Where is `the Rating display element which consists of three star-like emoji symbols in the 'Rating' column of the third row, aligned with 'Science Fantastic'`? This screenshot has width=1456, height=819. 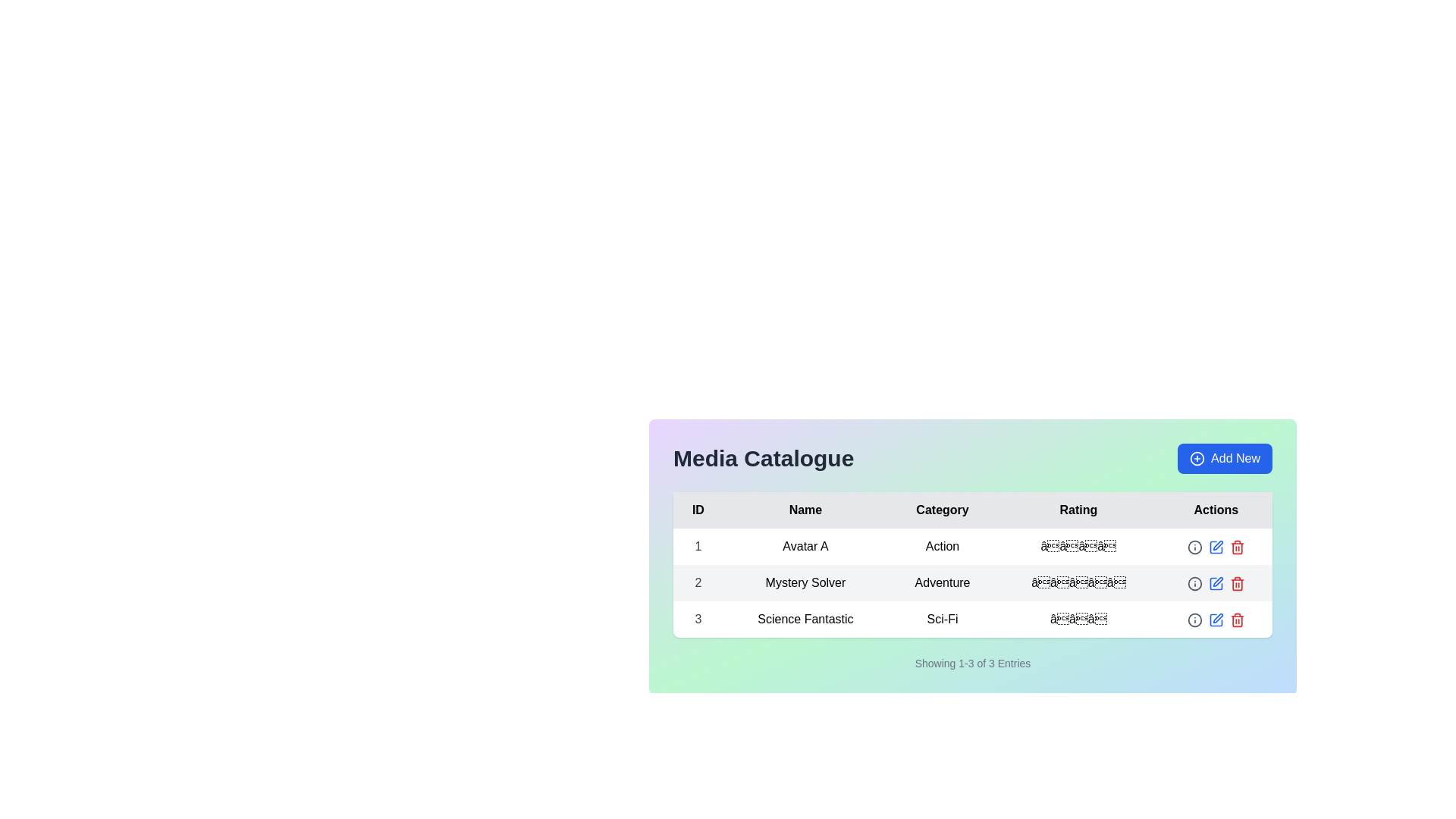
the Rating display element which consists of three star-like emoji symbols in the 'Rating' column of the third row, aligned with 'Science Fantastic' is located at coordinates (1078, 620).